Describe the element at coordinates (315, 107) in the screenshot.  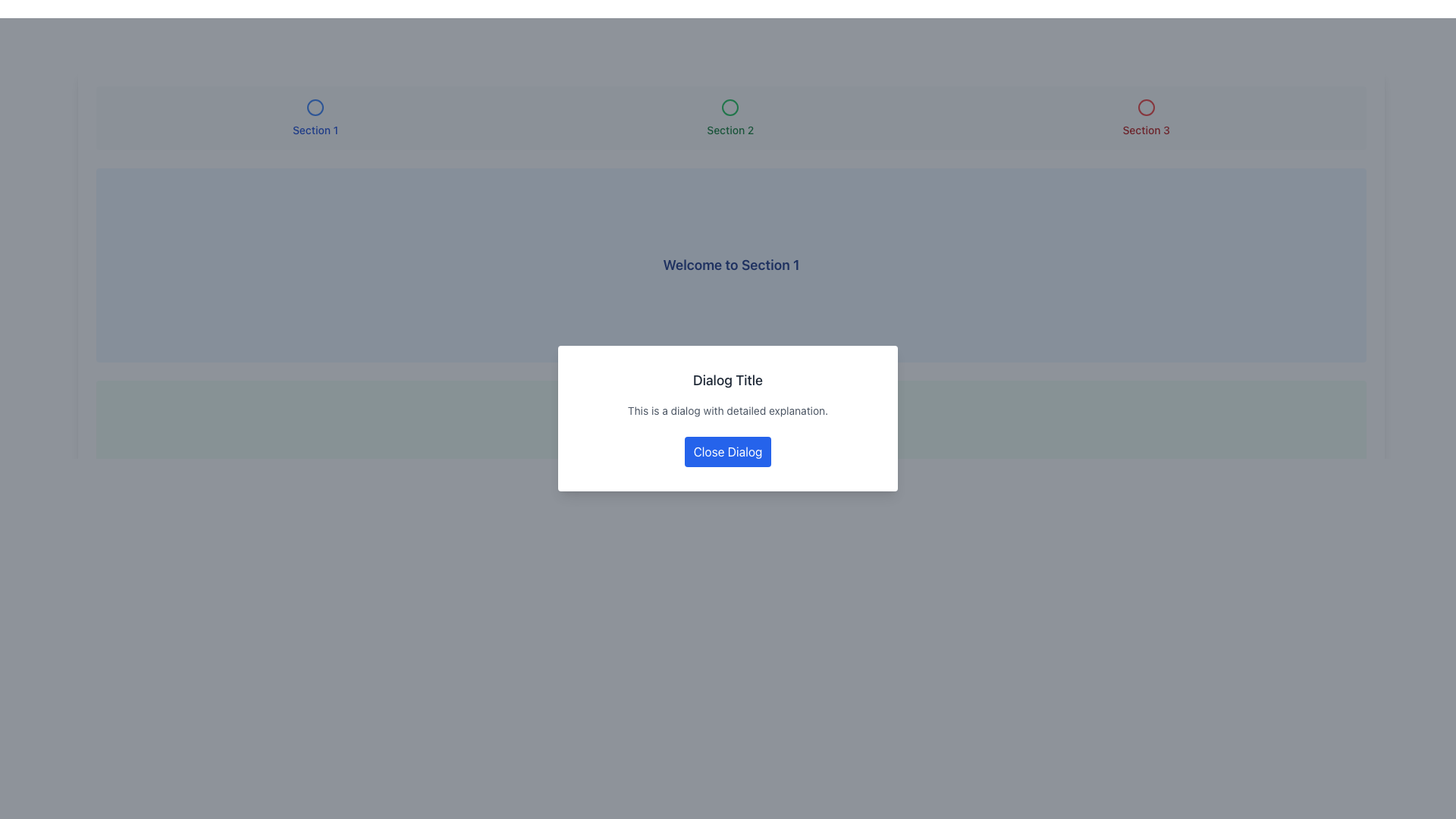
I see `the visual feedback of the icon representing 'Section 1', located above the text label in the first section of a horizontally aligned layout` at that location.